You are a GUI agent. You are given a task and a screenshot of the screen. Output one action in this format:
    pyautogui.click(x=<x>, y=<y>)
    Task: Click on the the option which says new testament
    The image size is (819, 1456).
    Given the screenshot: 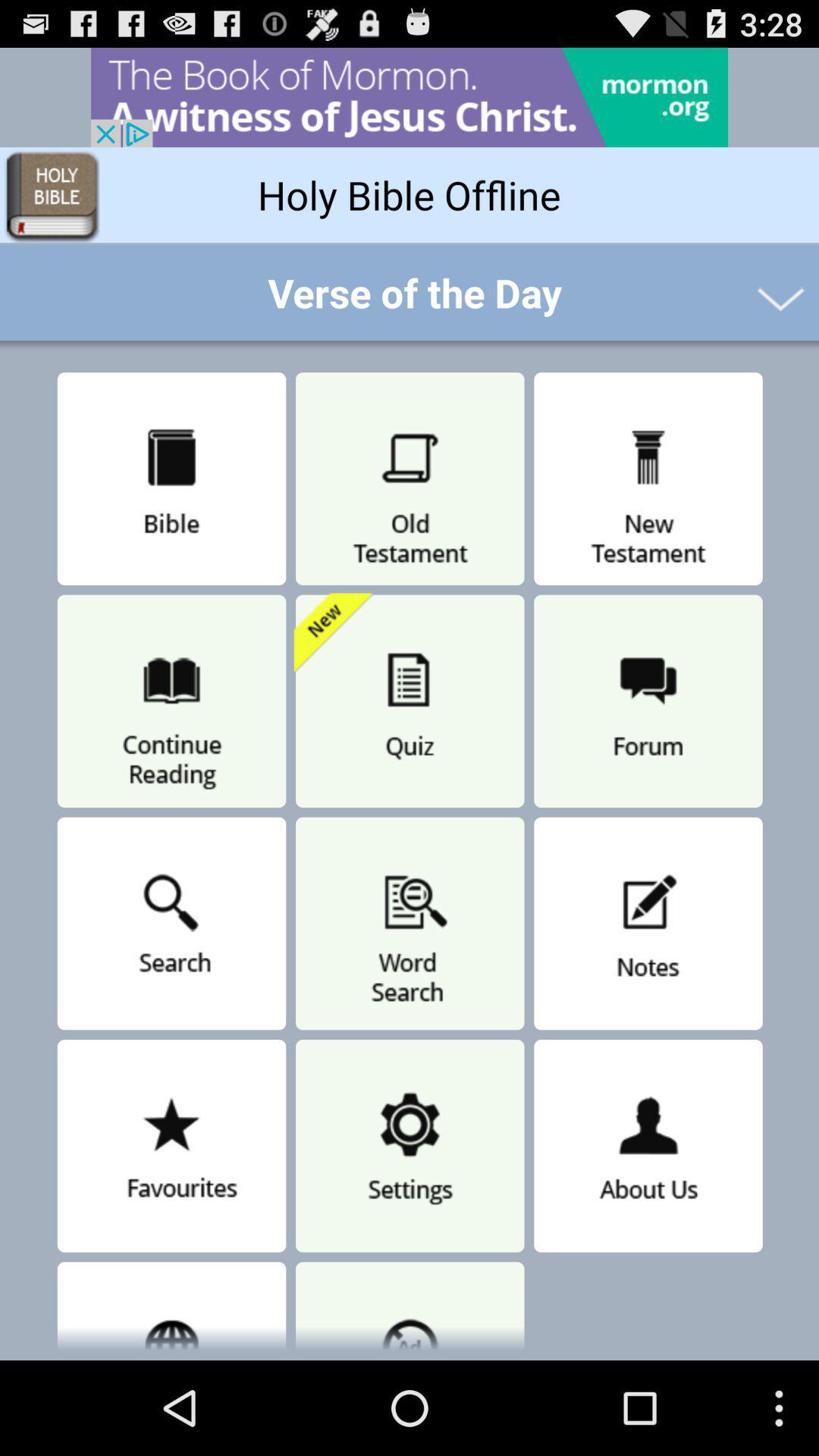 What is the action you would take?
    pyautogui.click(x=648, y=479)
    